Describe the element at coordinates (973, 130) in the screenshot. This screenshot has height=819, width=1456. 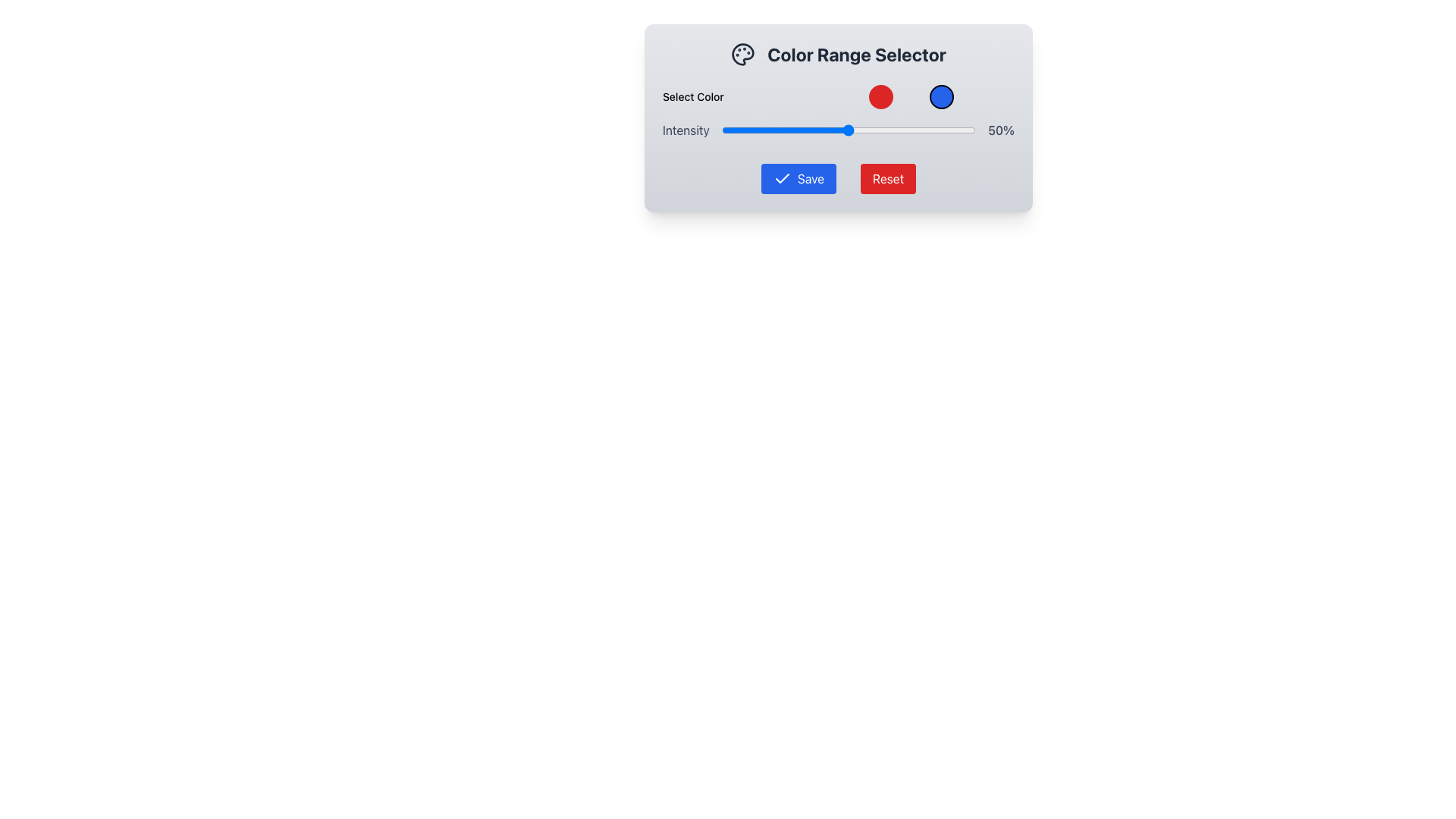
I see `intensity` at that location.